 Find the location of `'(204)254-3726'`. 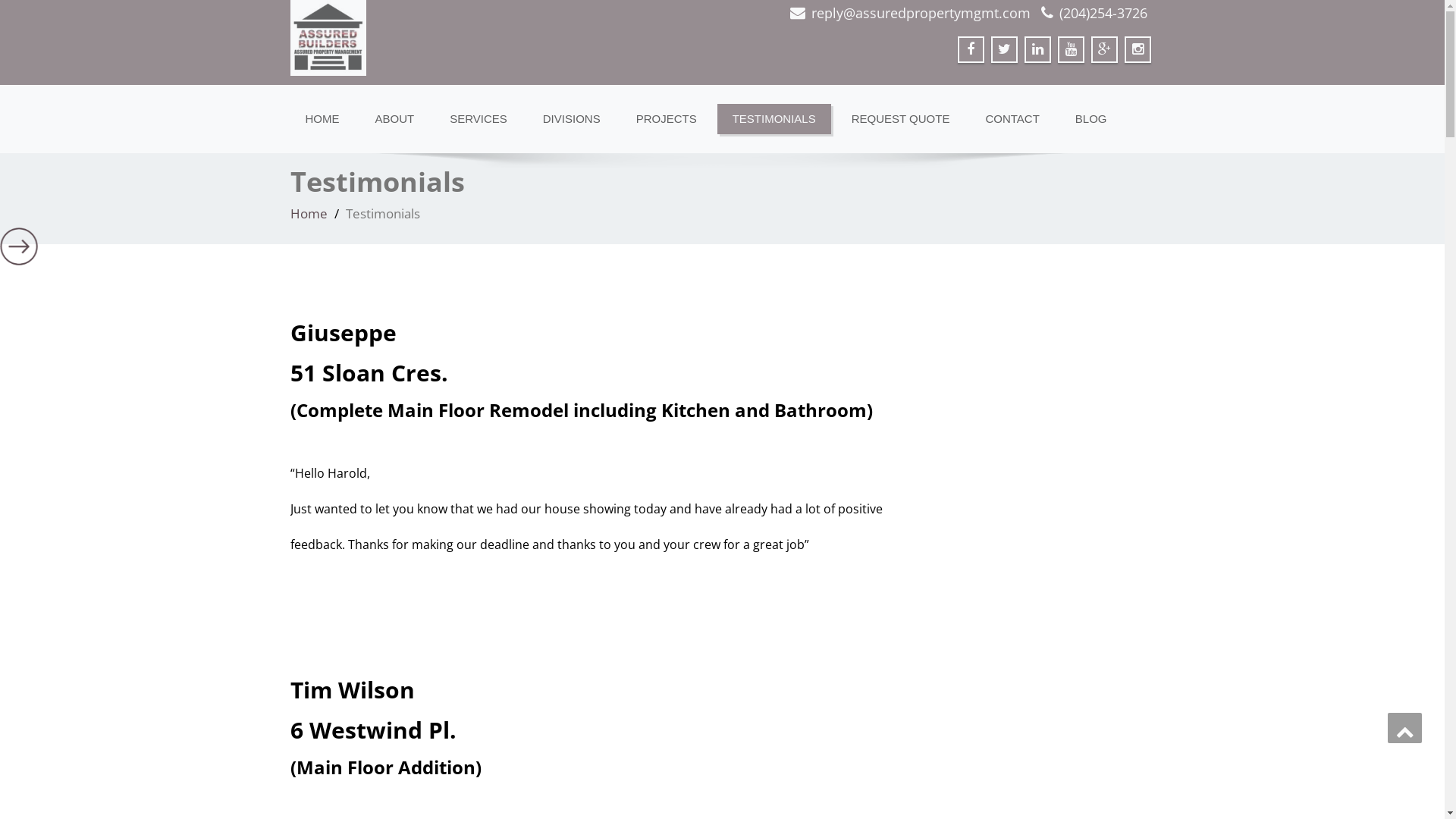

'(204)254-3726' is located at coordinates (1103, 12).